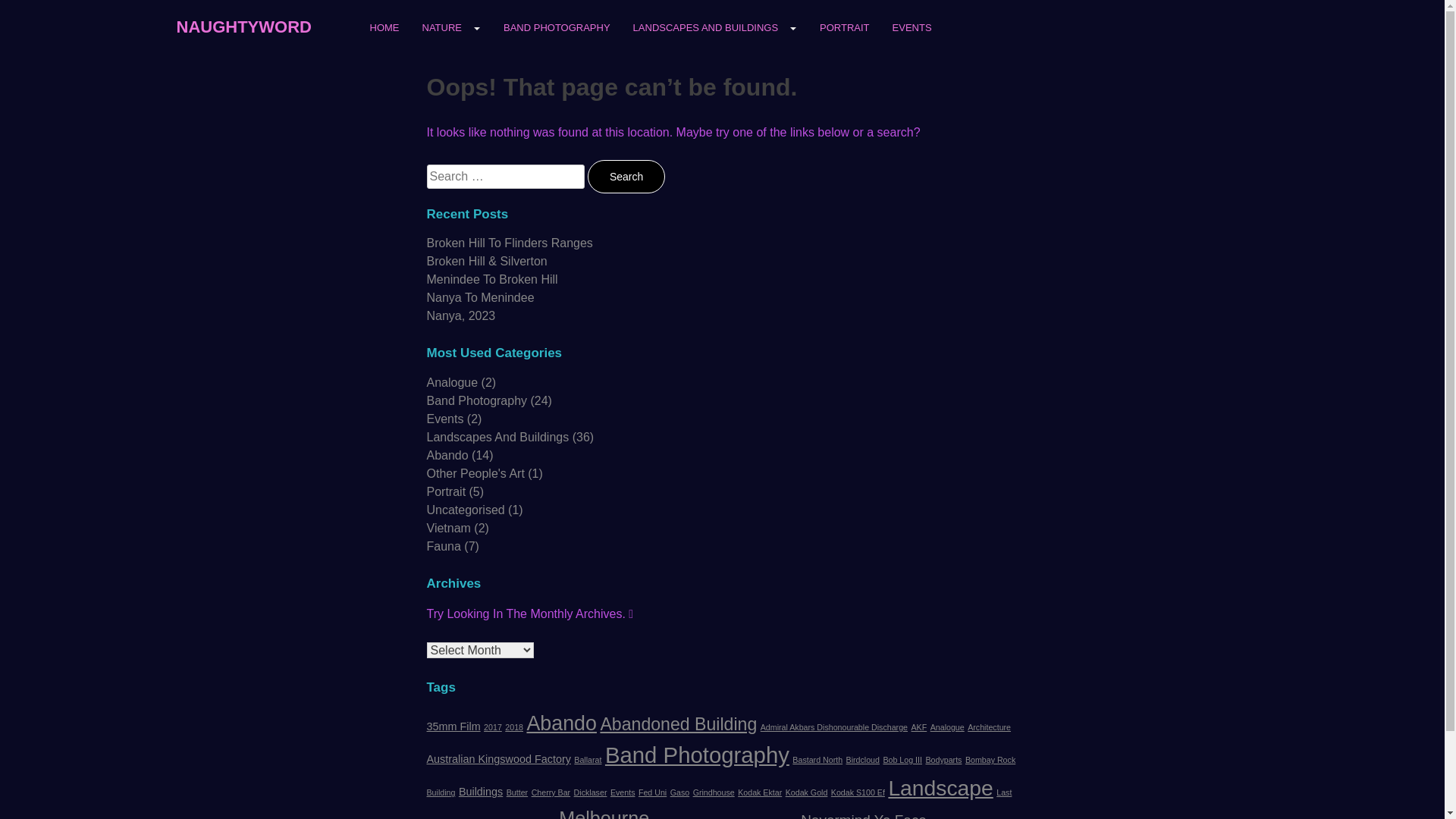 The width and height of the screenshot is (1456, 819). I want to click on 'LANDSCAPES AND BUILDINGS', so click(714, 27).